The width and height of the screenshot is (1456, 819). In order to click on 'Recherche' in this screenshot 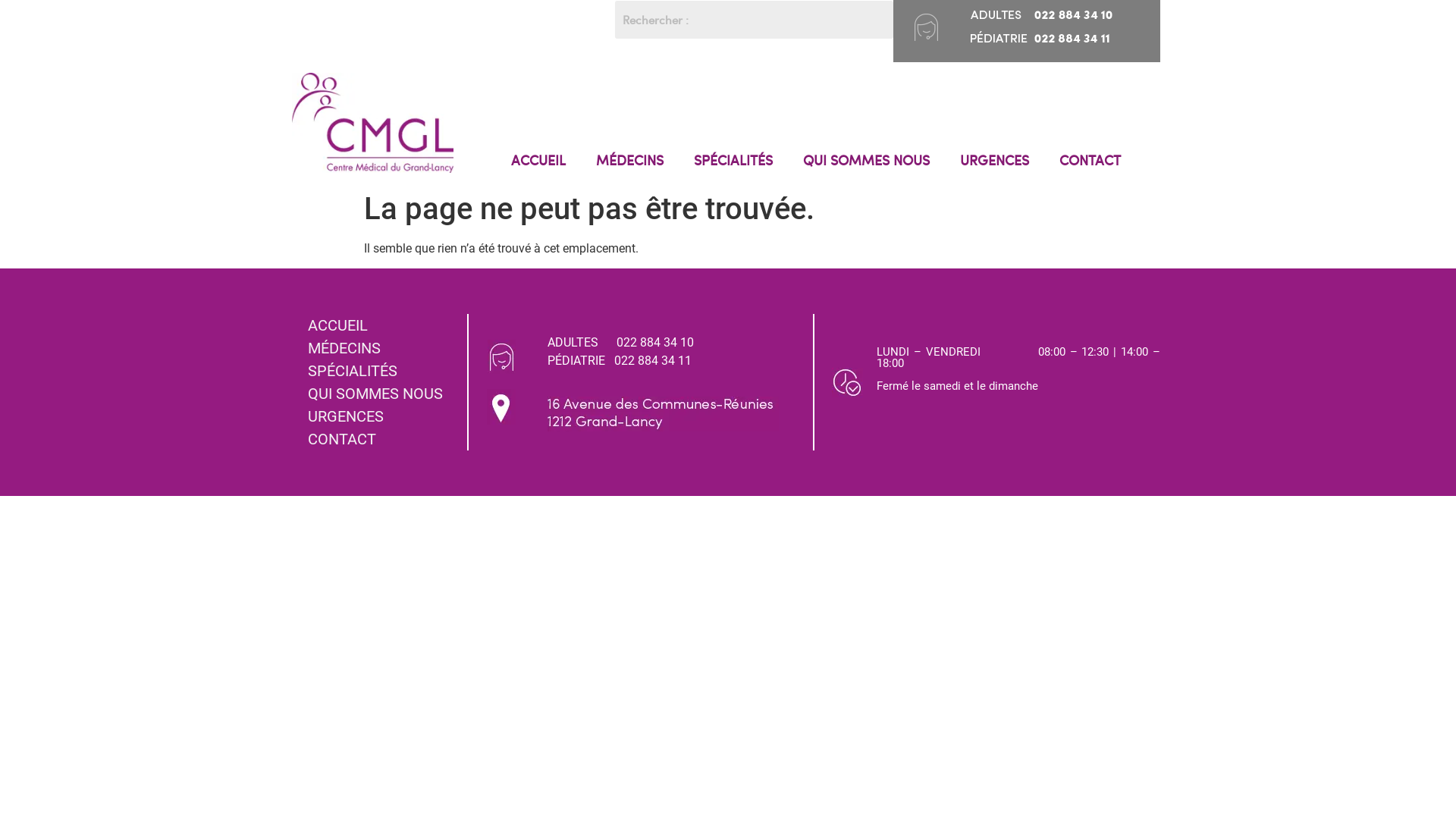, I will do `click(754, 20)`.